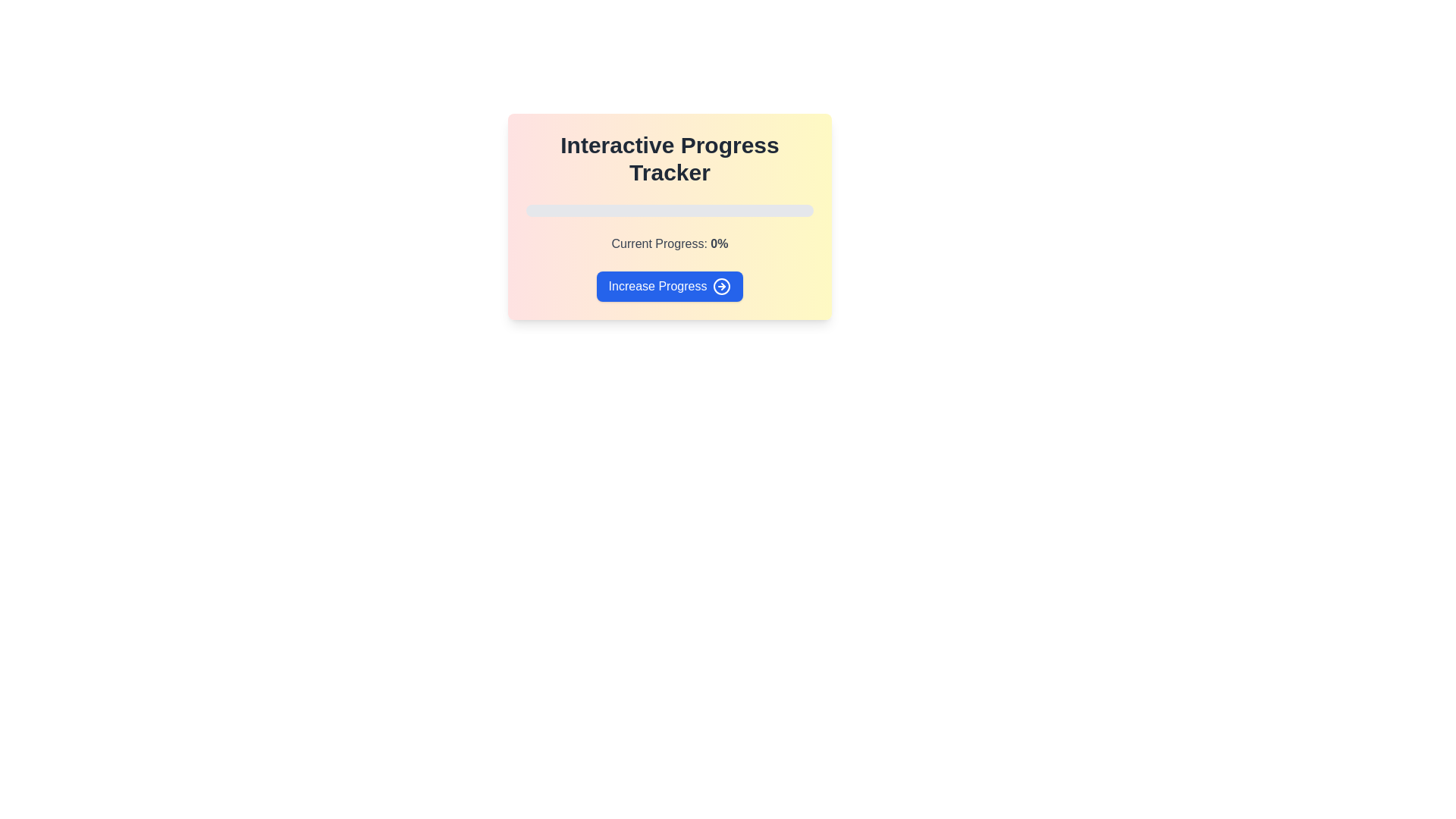  What do you see at coordinates (669, 158) in the screenshot?
I see `the text display element, which serves as the header for the card component, centrally aligned at the top of the card` at bounding box center [669, 158].